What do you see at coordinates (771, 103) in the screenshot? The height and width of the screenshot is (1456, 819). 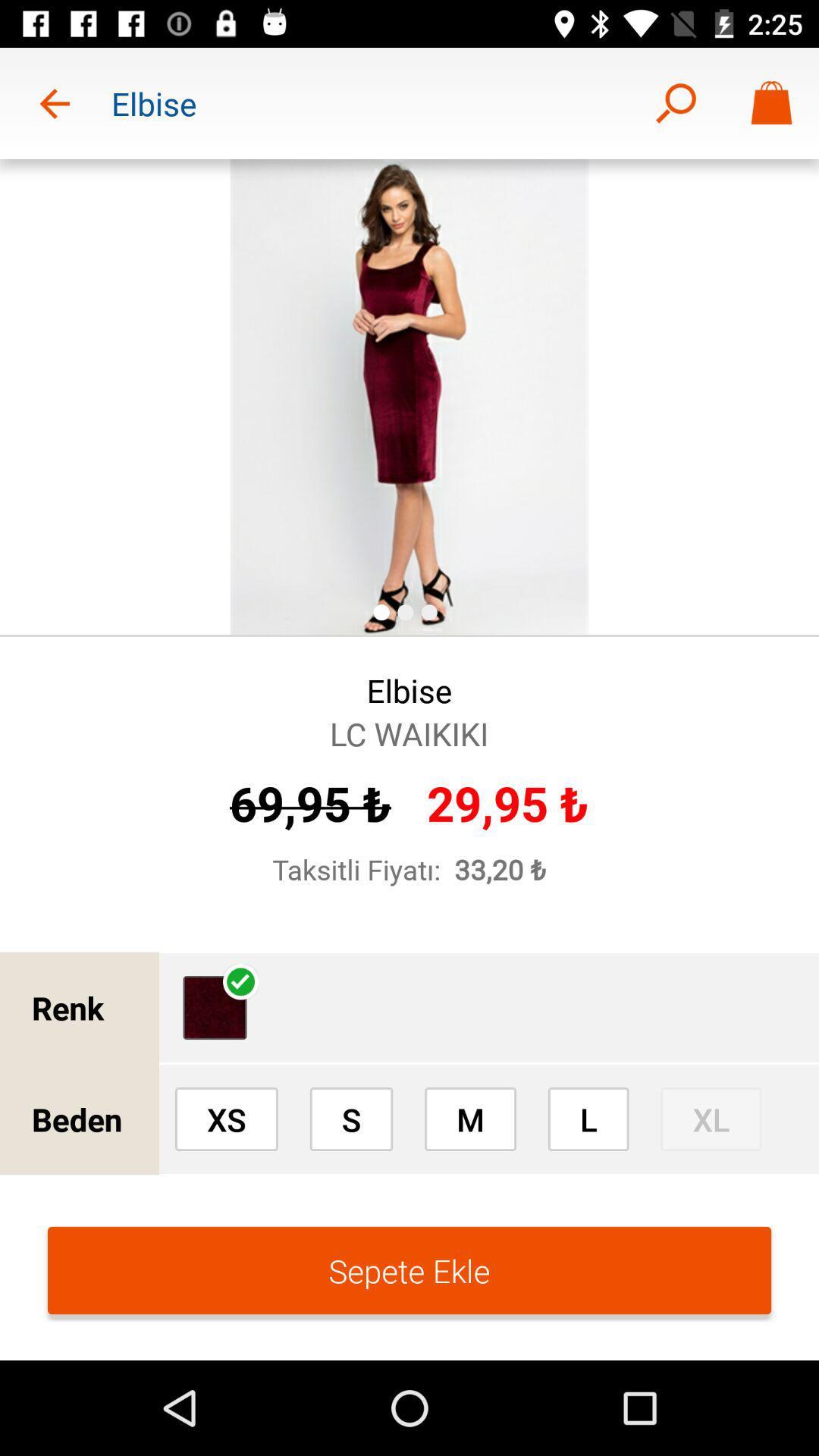 I see `the shopping cart icon` at bounding box center [771, 103].